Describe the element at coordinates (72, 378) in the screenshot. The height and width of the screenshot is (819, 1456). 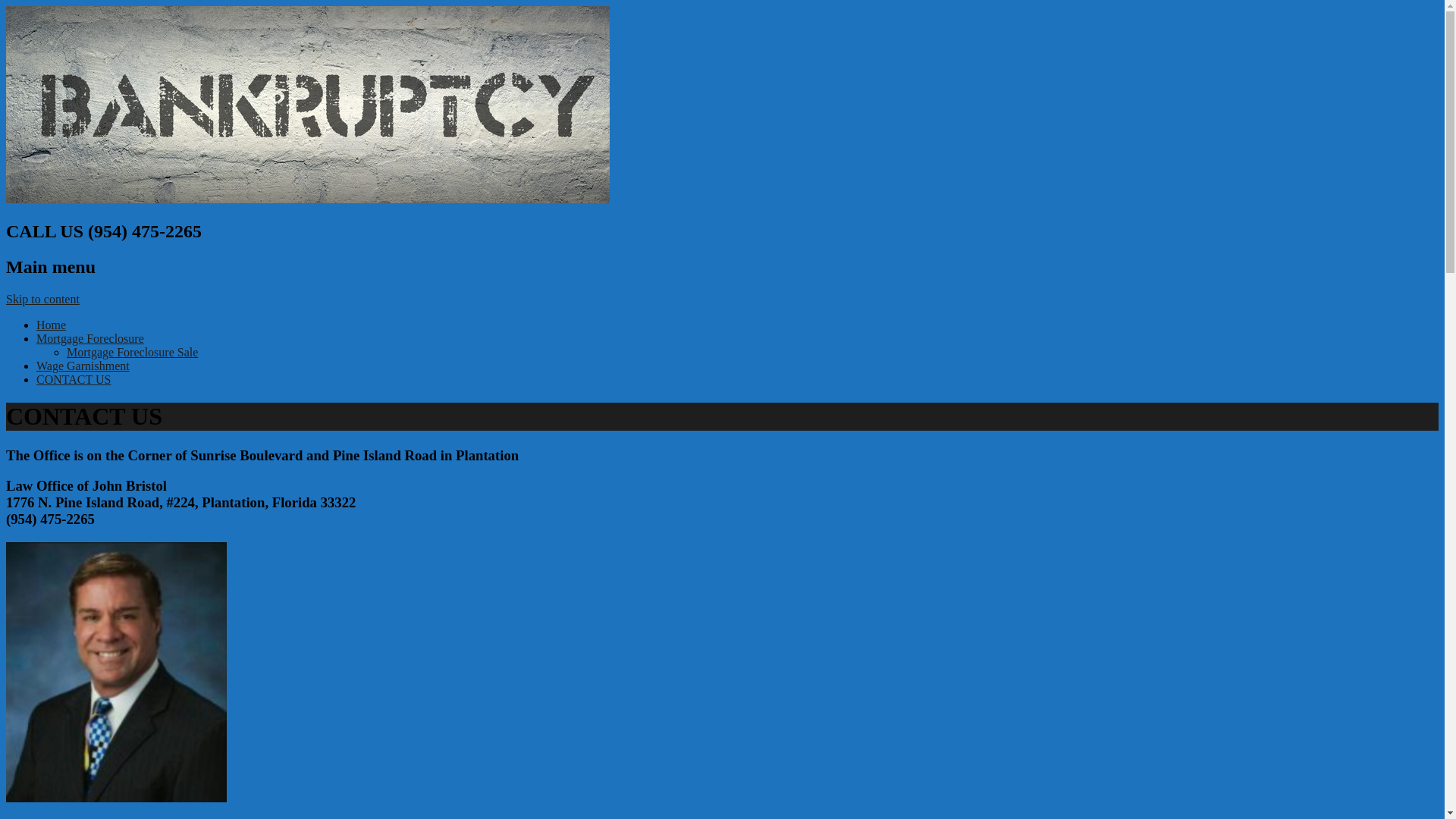
I see `'CONTACT US'` at that location.